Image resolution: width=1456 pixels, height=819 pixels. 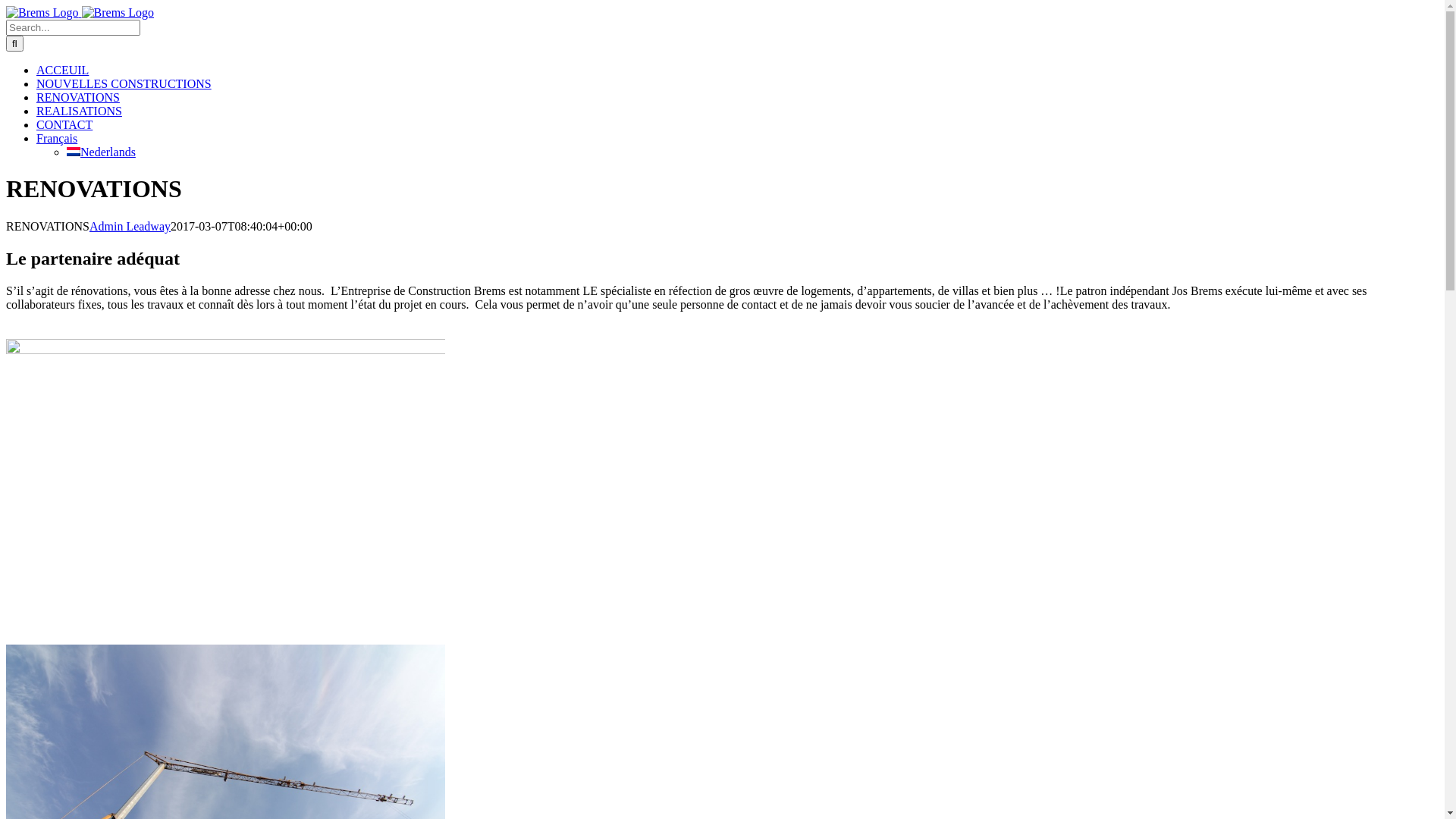 What do you see at coordinates (77, 97) in the screenshot?
I see `'RENOVATIONS'` at bounding box center [77, 97].